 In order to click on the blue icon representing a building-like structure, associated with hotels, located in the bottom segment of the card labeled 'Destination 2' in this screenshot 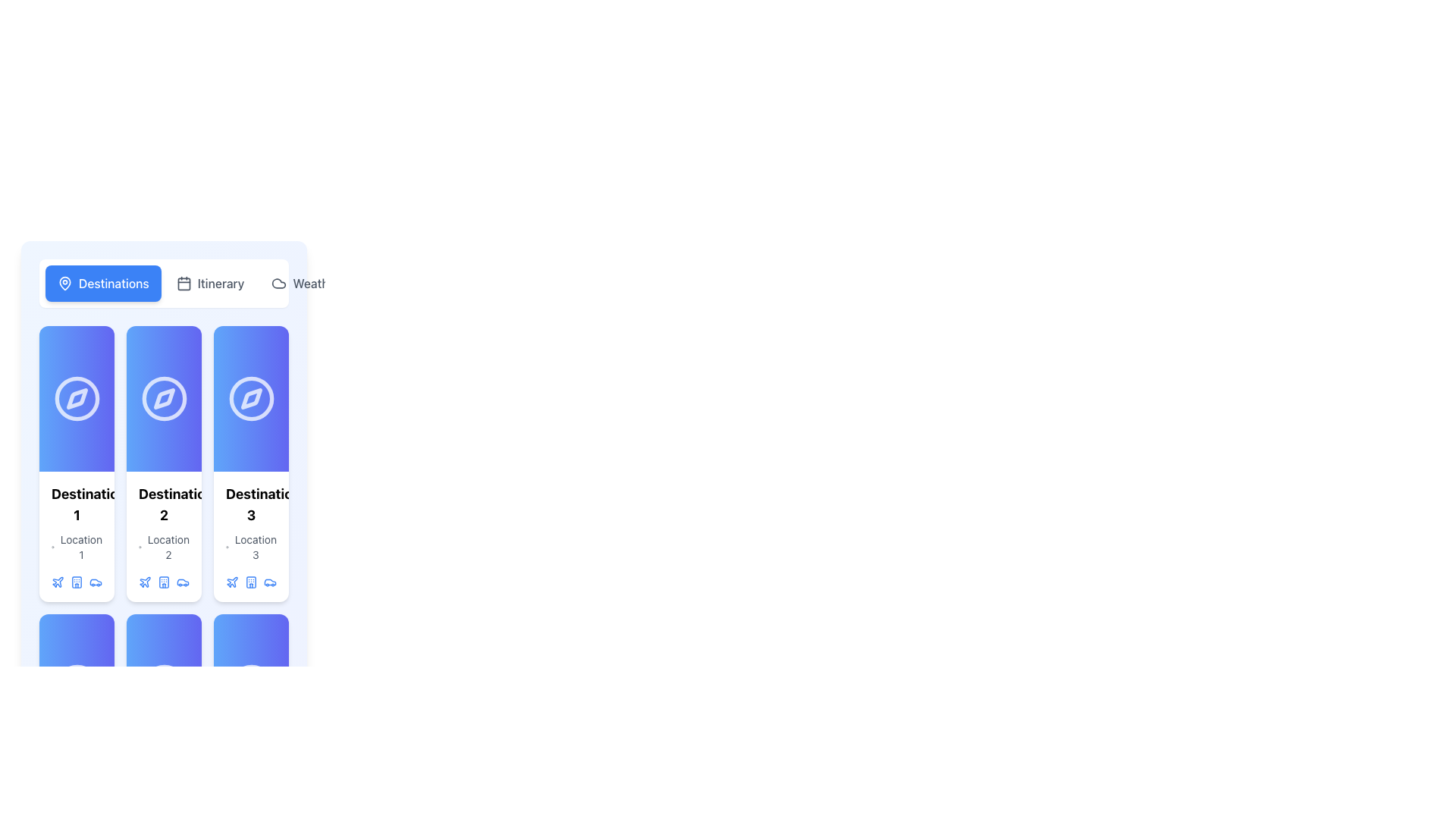, I will do `click(164, 581)`.